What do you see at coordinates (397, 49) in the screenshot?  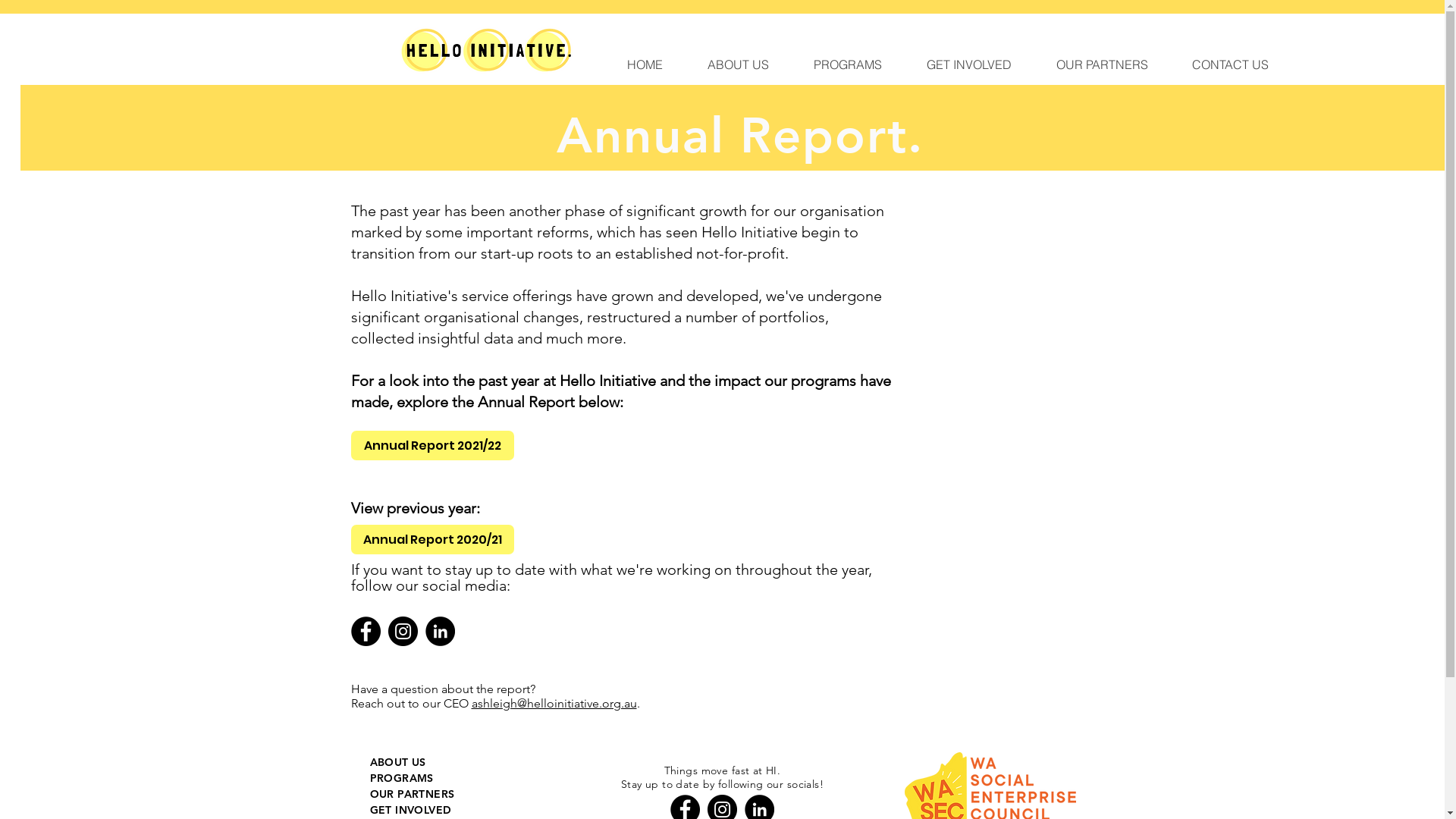 I see `'Logo (1).png'` at bounding box center [397, 49].